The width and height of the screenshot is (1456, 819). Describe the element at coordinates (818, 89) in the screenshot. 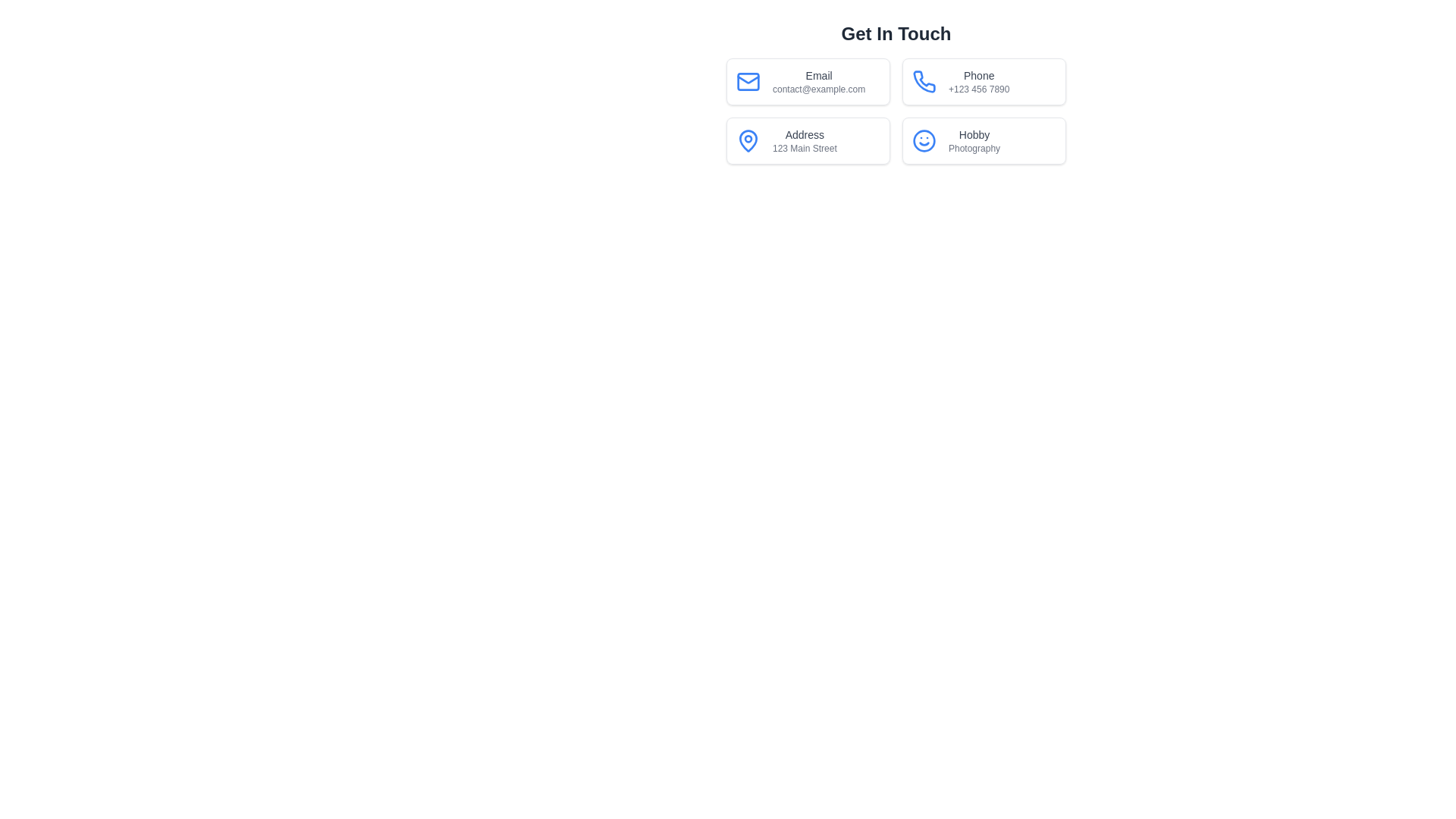

I see `the text label displaying the email address 'contact@example.com' which is styled in gray font and positioned below the 'Email' label` at that location.